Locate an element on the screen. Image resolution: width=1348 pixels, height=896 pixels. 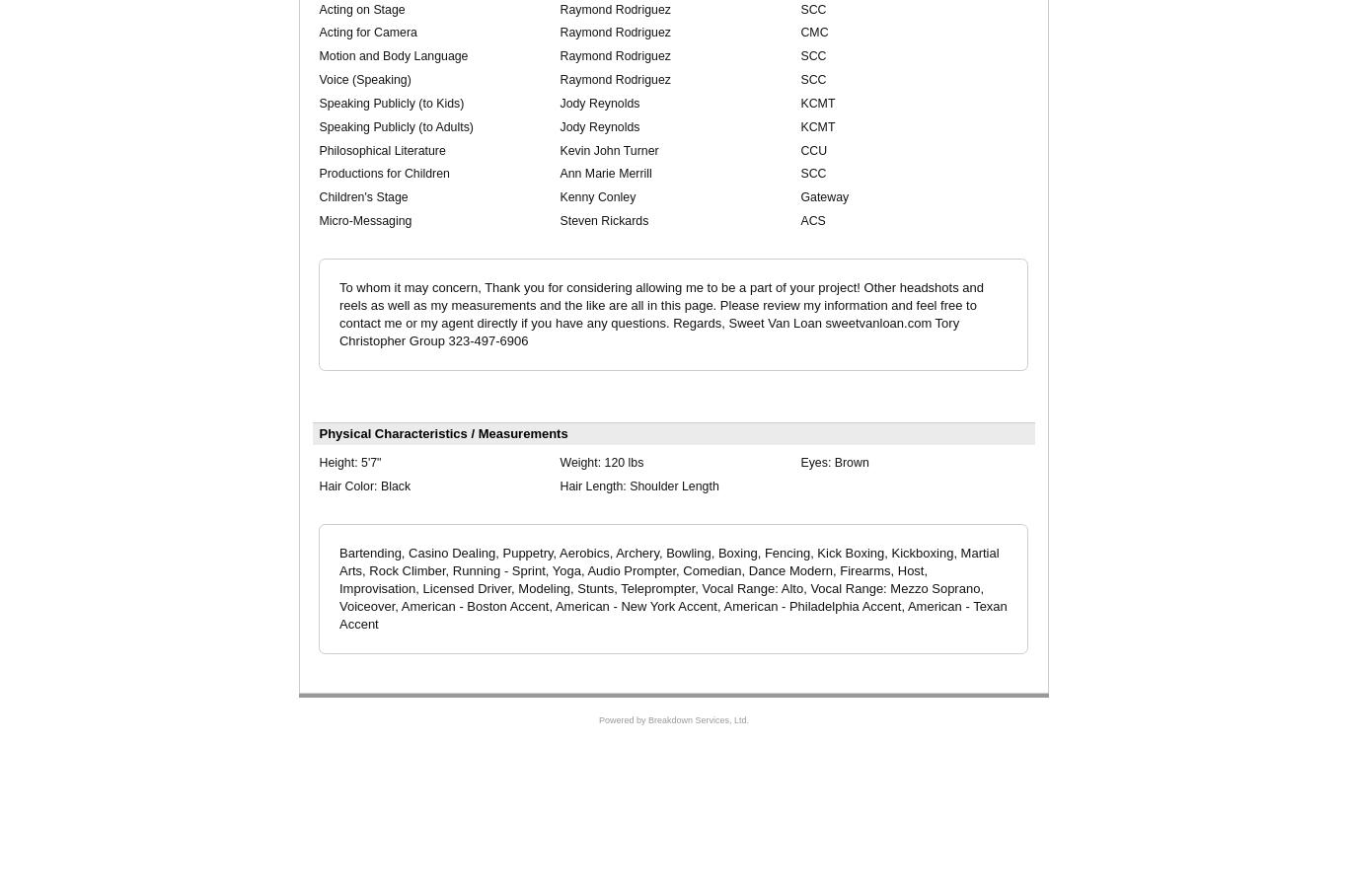
'5'7"' is located at coordinates (370, 461).